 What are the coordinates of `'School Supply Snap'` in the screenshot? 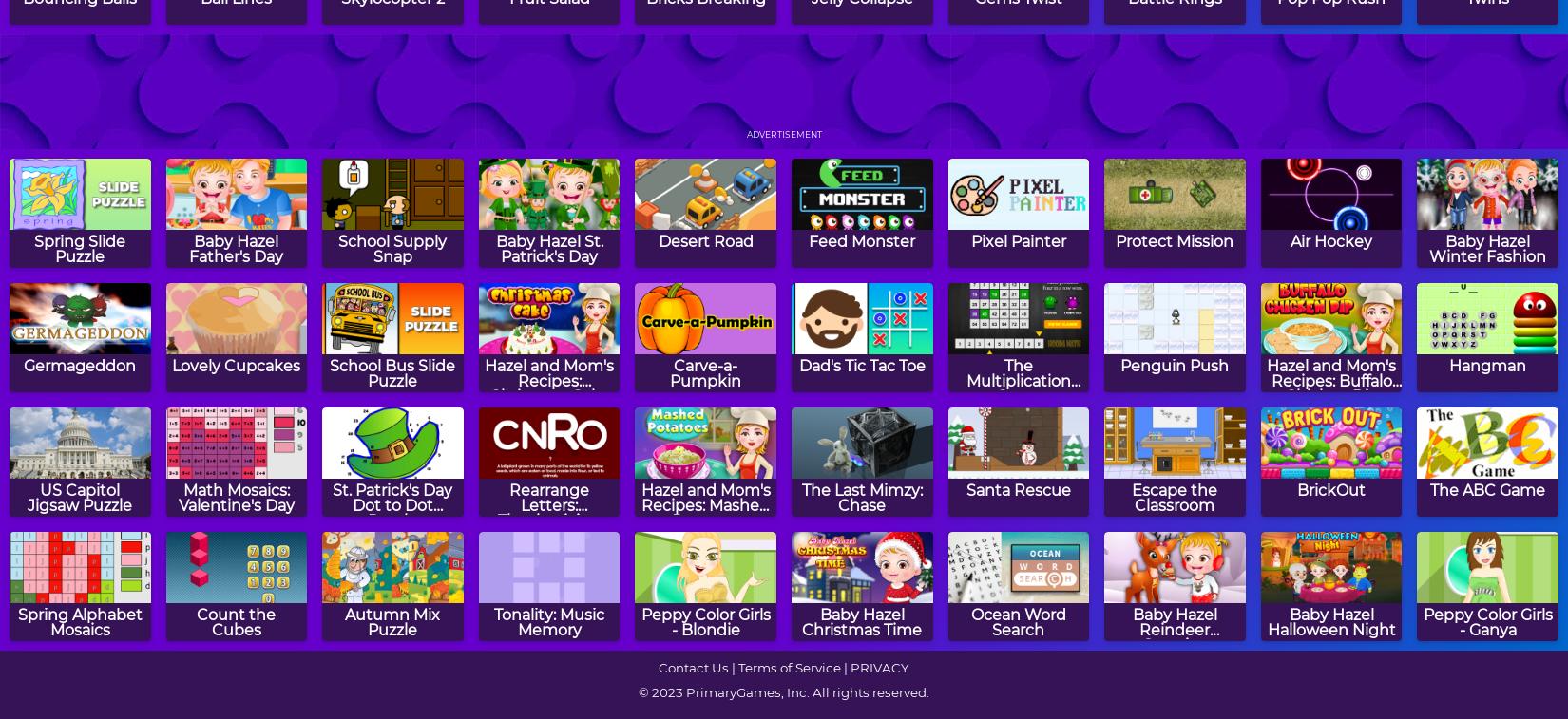 It's located at (392, 247).